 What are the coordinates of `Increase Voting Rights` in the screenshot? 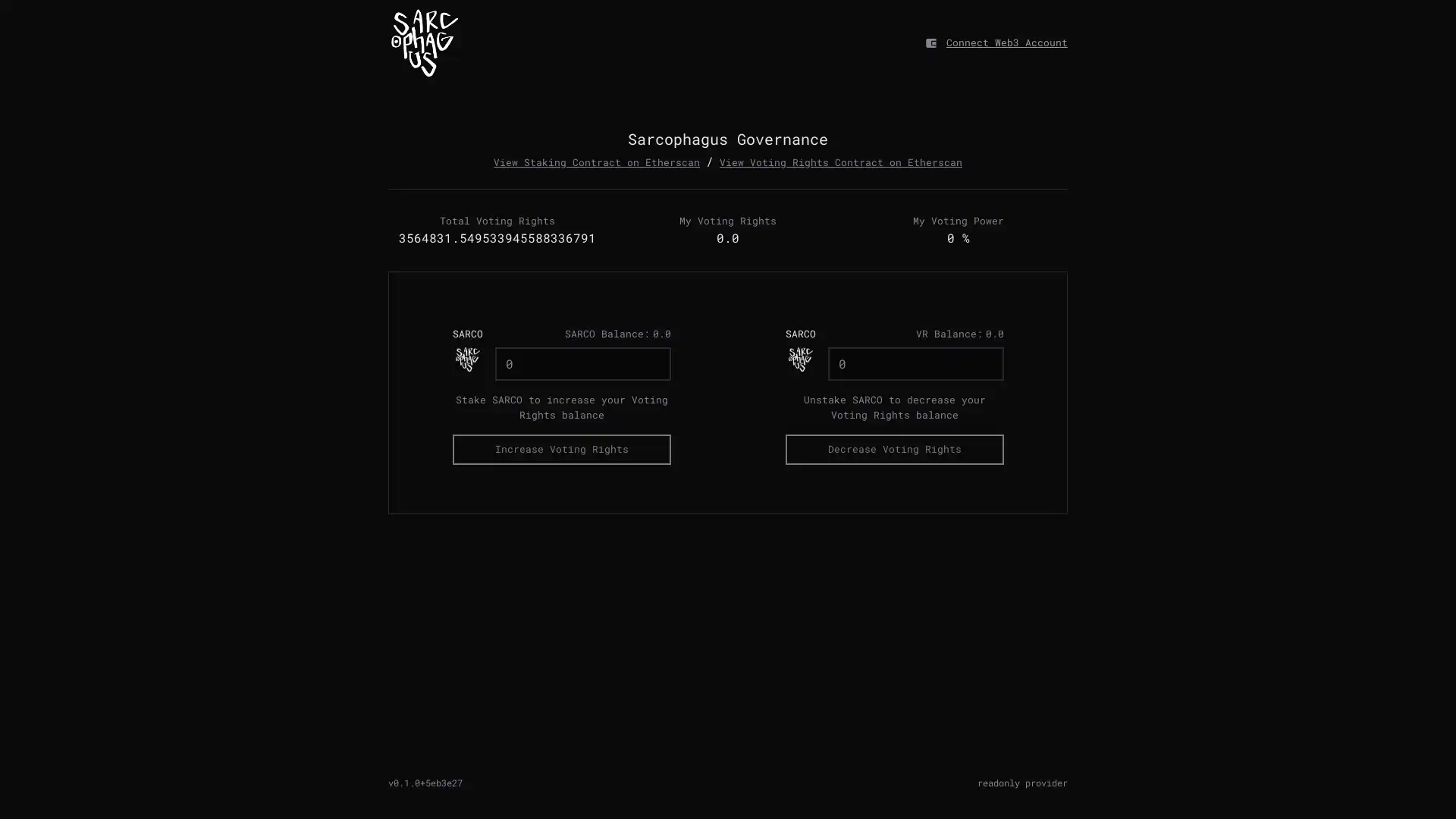 It's located at (560, 448).